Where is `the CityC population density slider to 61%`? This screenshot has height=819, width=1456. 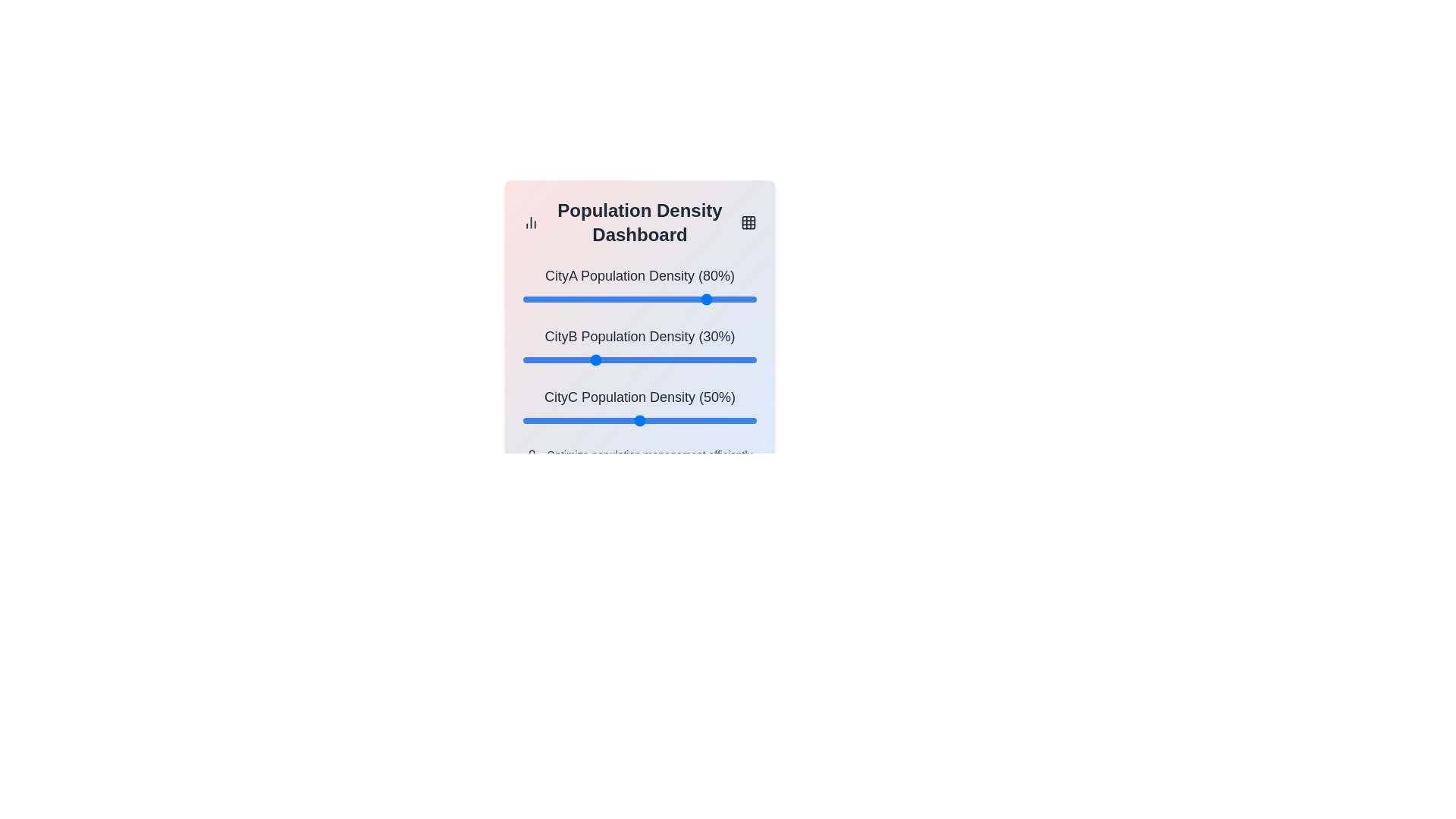
the CityC population density slider to 61% is located at coordinates (665, 421).